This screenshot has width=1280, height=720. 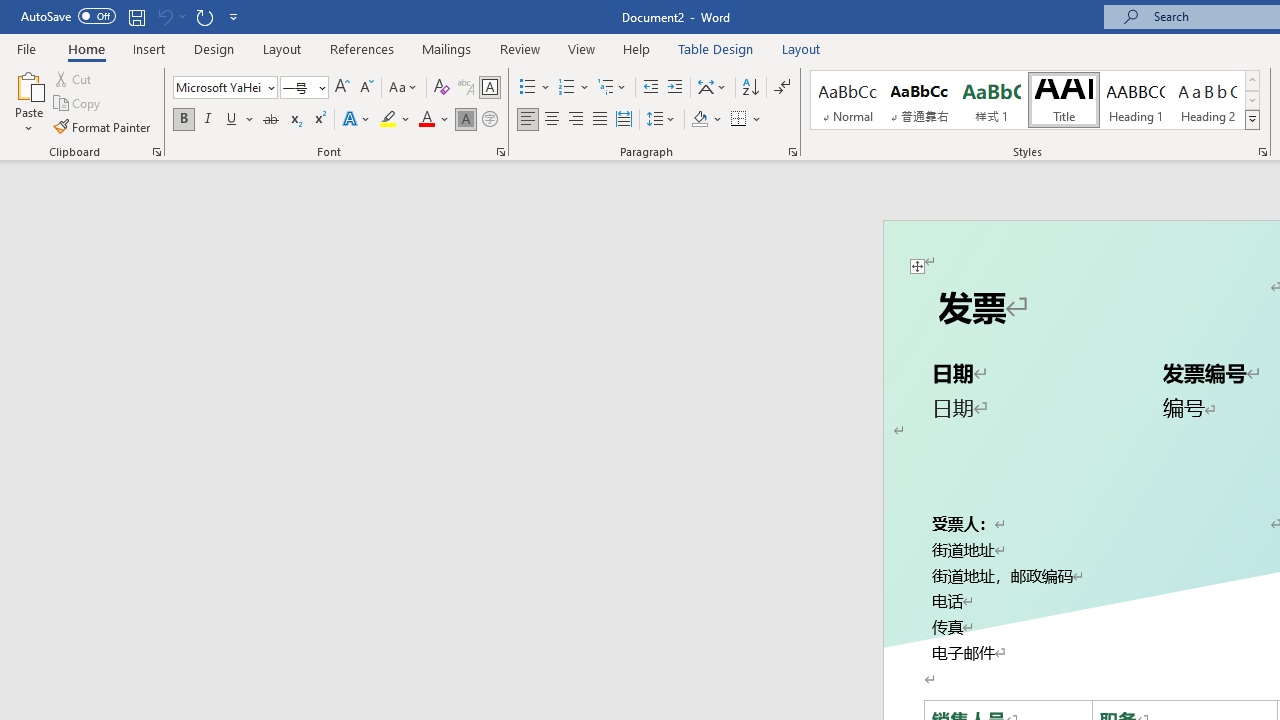 I want to click on 'Font Size', so click(x=303, y=86).